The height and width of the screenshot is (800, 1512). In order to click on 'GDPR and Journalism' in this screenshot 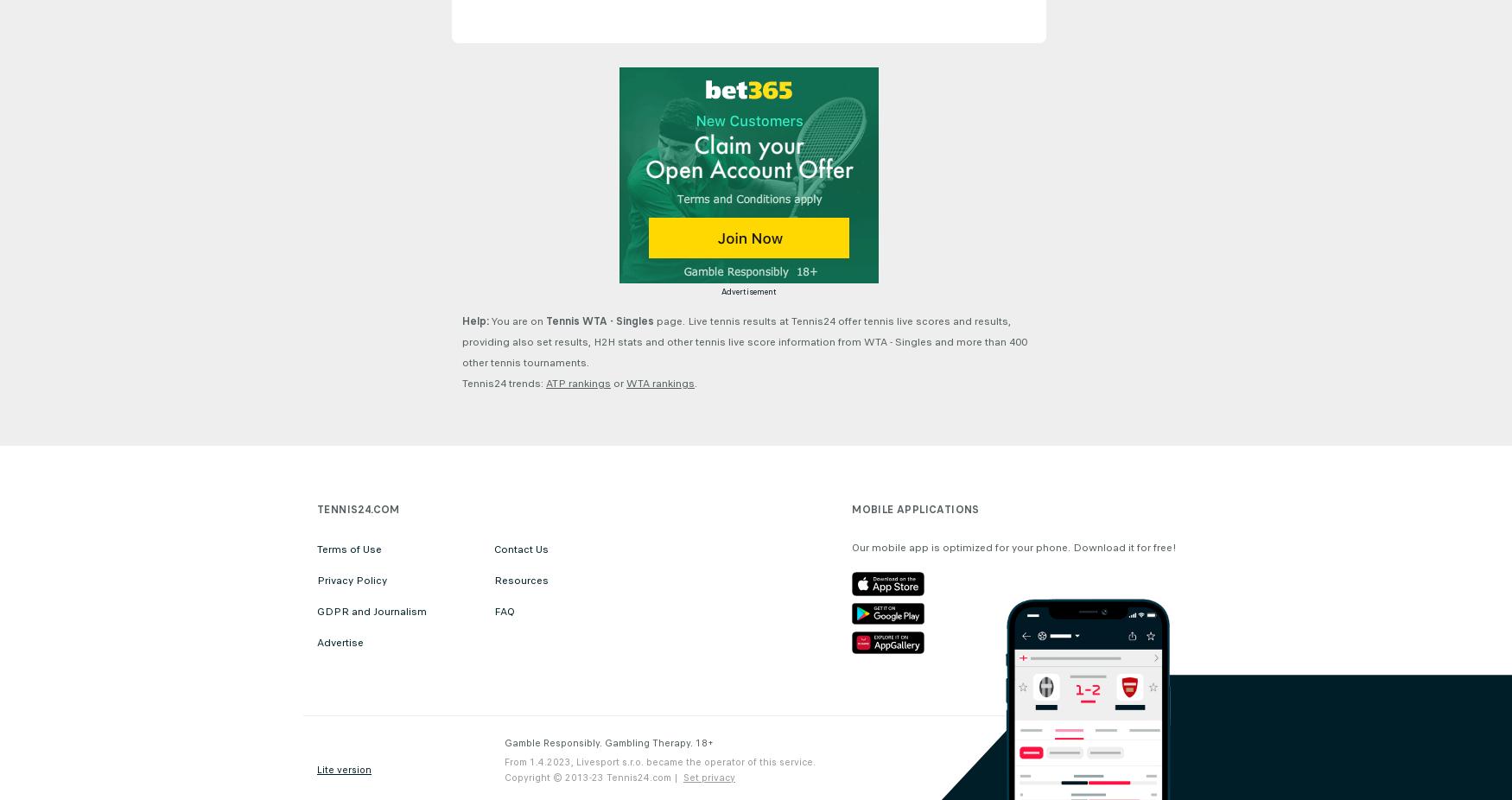, I will do `click(371, 612)`.